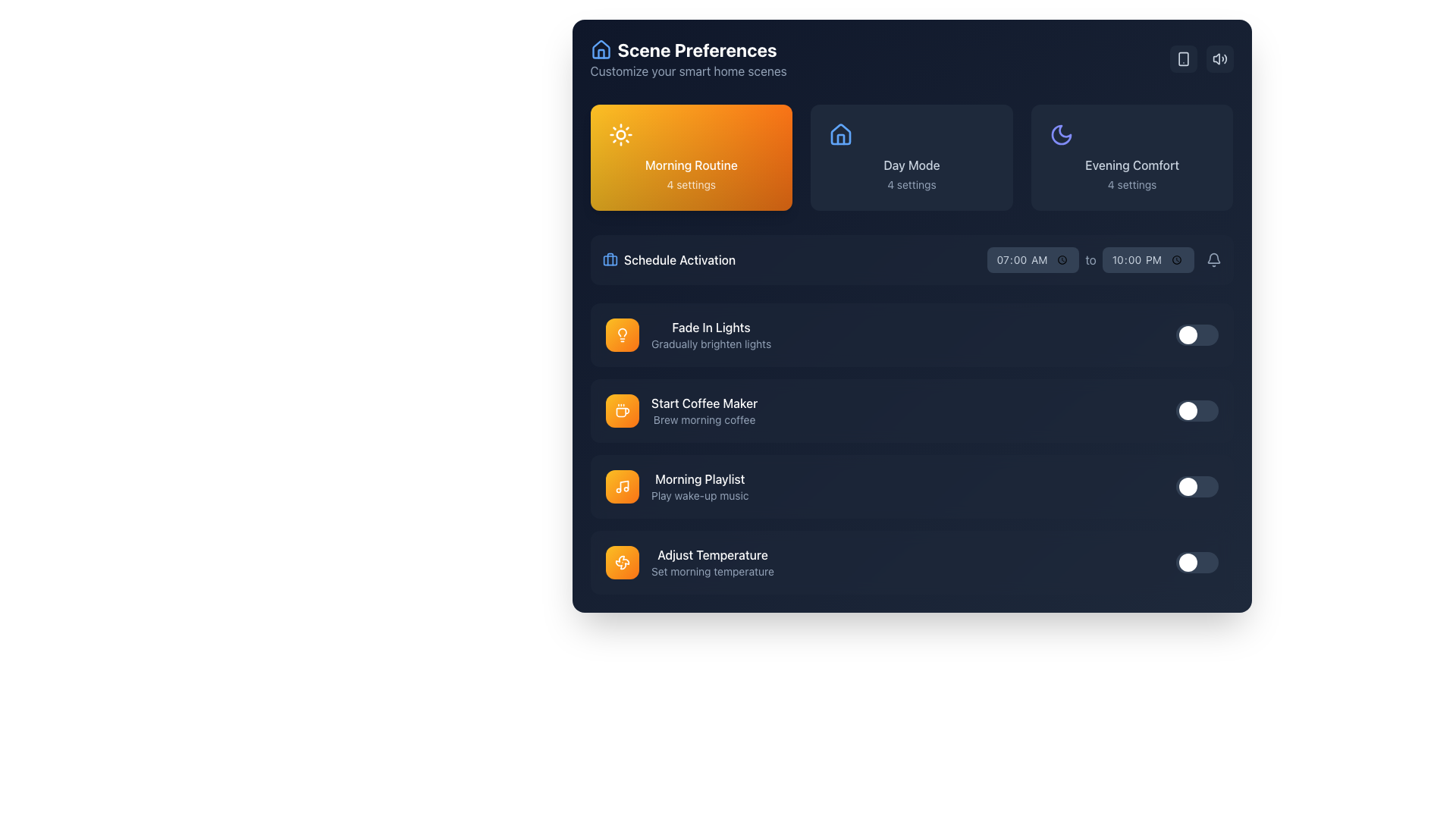 The height and width of the screenshot is (819, 1456). What do you see at coordinates (1060, 133) in the screenshot?
I see `the decorative icon representing the 'Evening Comfort' theme, located at the leftmost portion of the 'Evening Comfort' card, above the label and description` at bounding box center [1060, 133].